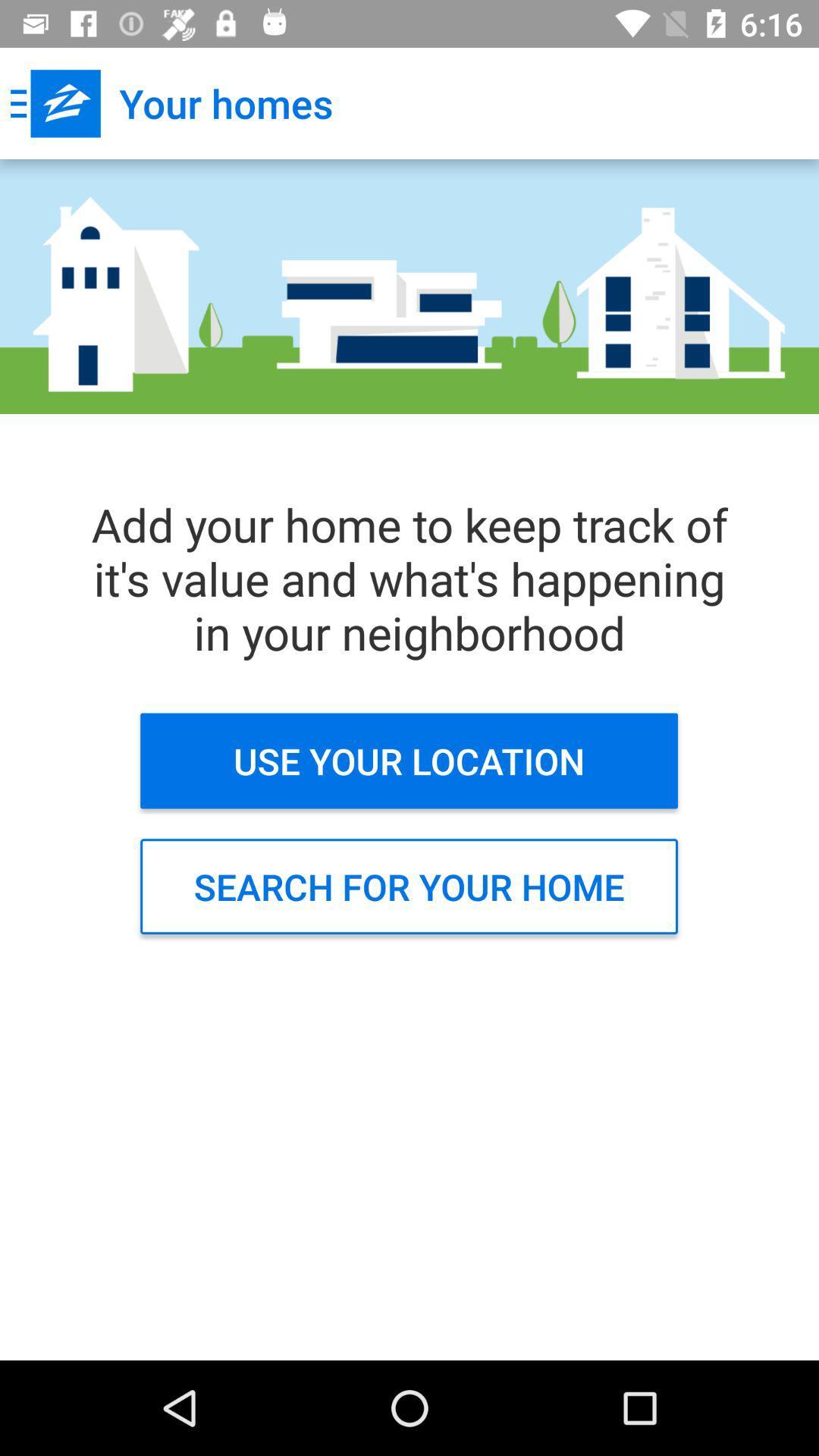 Image resolution: width=819 pixels, height=1456 pixels. I want to click on the use your location, so click(408, 761).